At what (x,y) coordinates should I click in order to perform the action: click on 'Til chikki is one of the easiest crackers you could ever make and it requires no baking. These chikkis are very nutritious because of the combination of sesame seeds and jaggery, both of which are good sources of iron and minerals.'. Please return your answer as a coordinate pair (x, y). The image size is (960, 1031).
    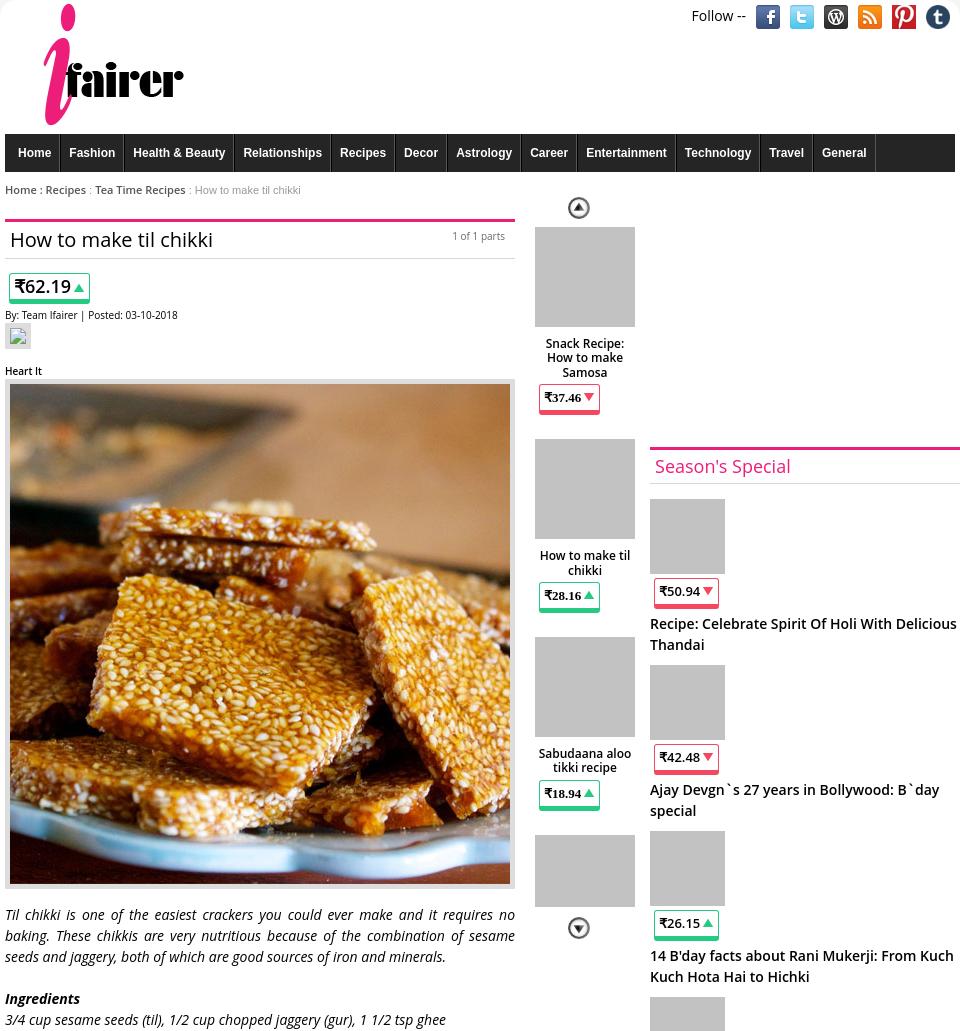
    Looking at the image, I should click on (258, 933).